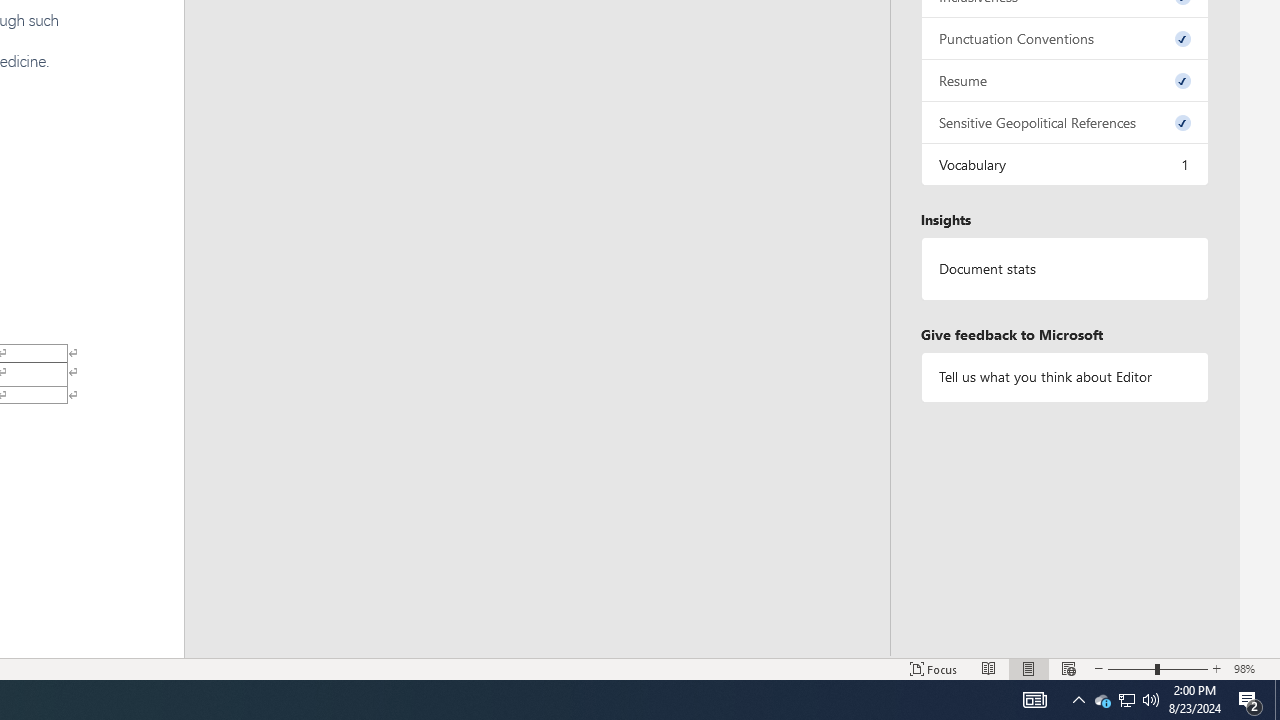 The image size is (1280, 720). Describe the element at coordinates (1063, 377) in the screenshot. I see `'Tell us what you think about Editor'` at that location.